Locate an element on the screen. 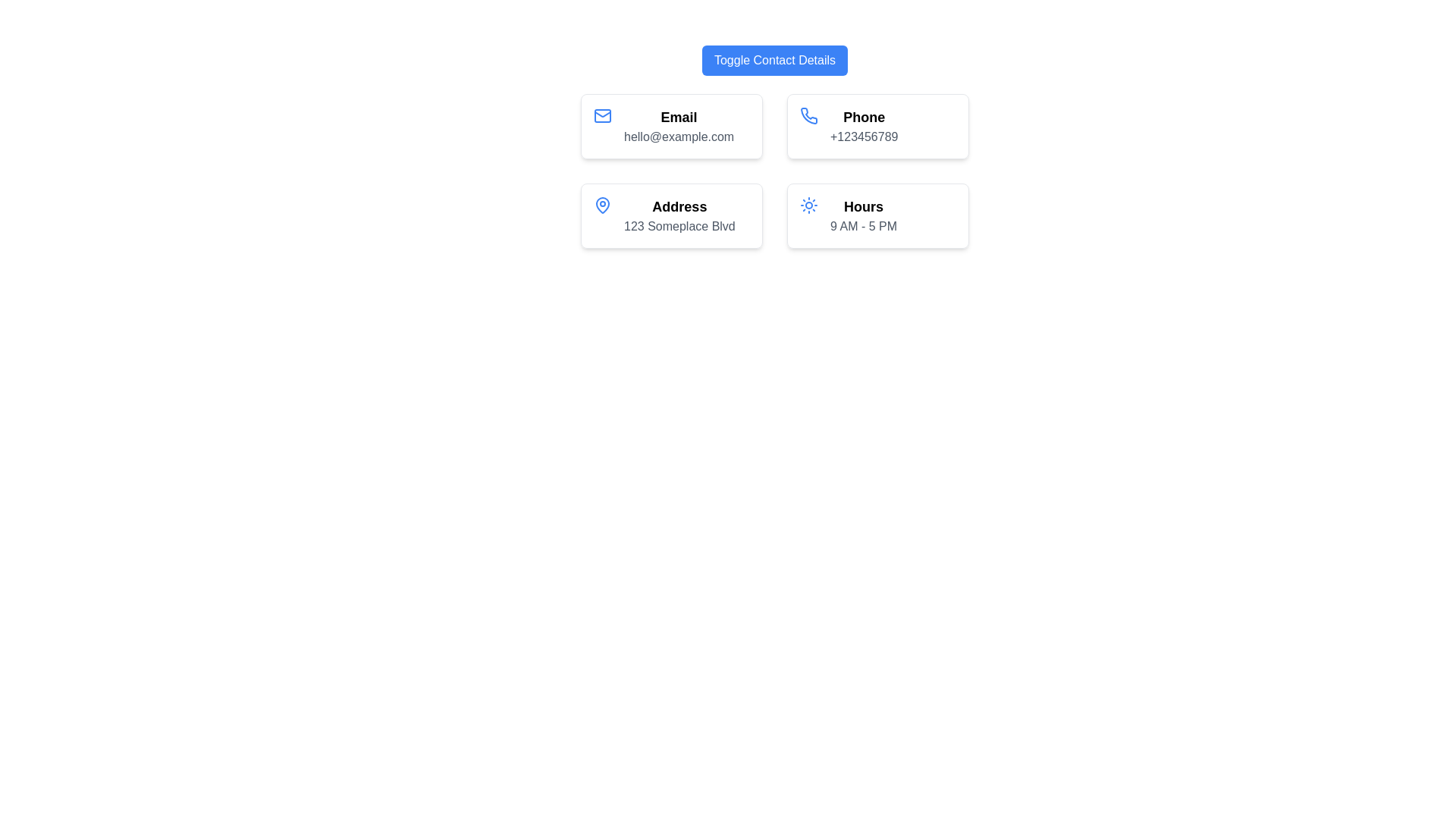  the informational card displaying 'Address' with an icon resembling a location pin, positioned in the bottom-left quadrant of the grid layout is located at coordinates (671, 216).